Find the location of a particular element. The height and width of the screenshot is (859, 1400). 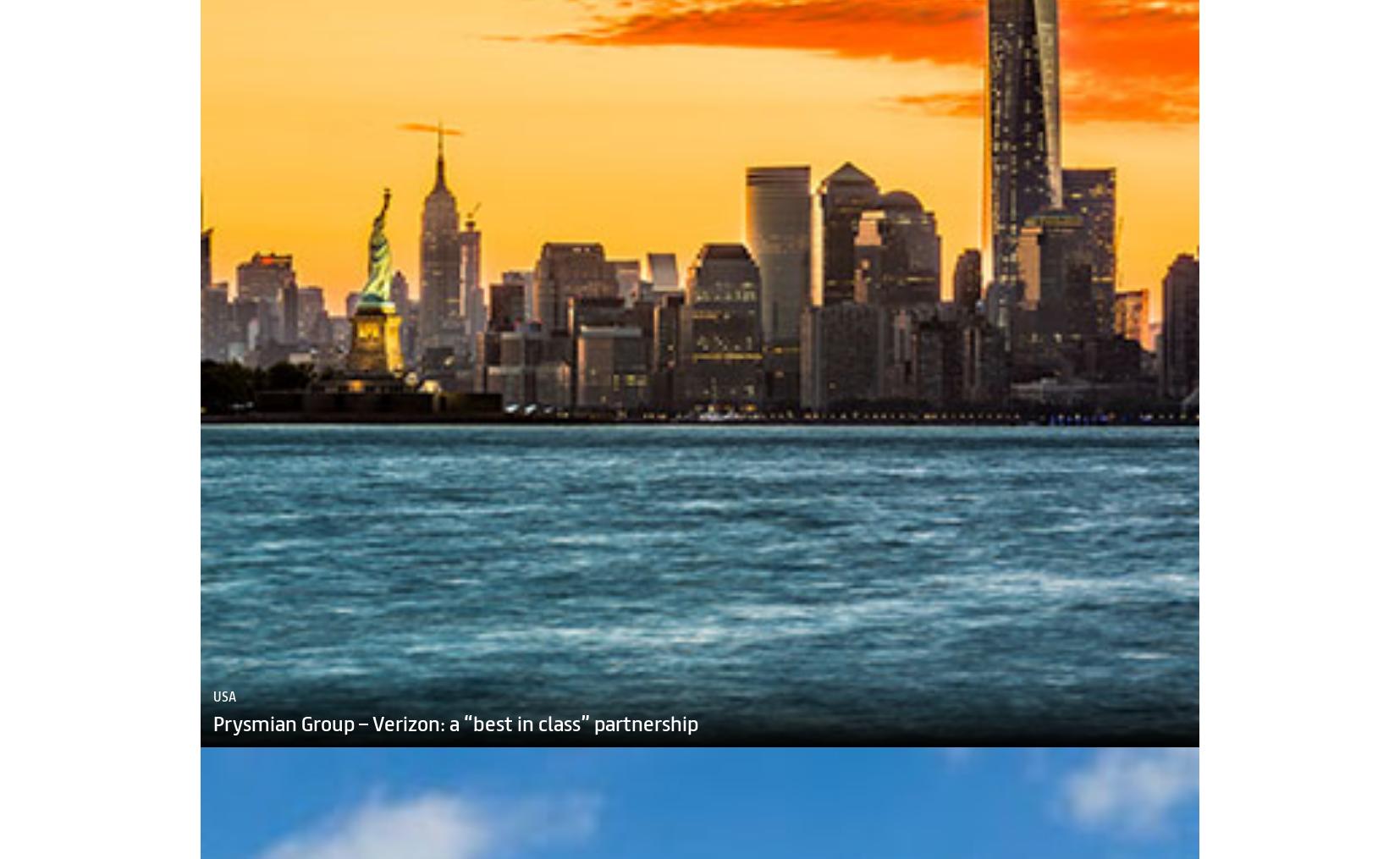

'- Milan,' is located at coordinates (1297, 850).